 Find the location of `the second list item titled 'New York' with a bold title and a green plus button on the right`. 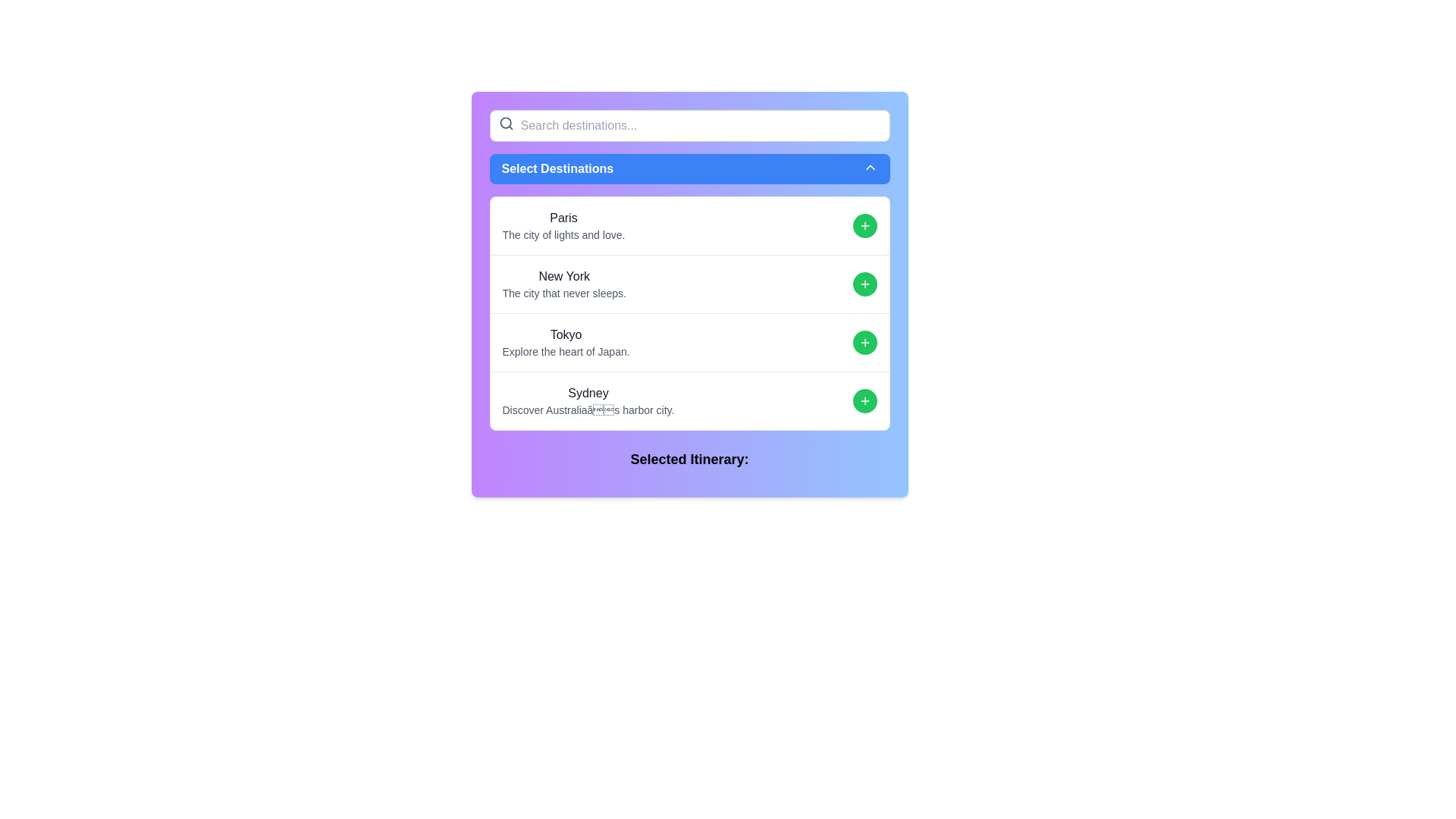

the second list item titled 'New York' with a bold title and a green plus button on the right is located at coordinates (689, 284).